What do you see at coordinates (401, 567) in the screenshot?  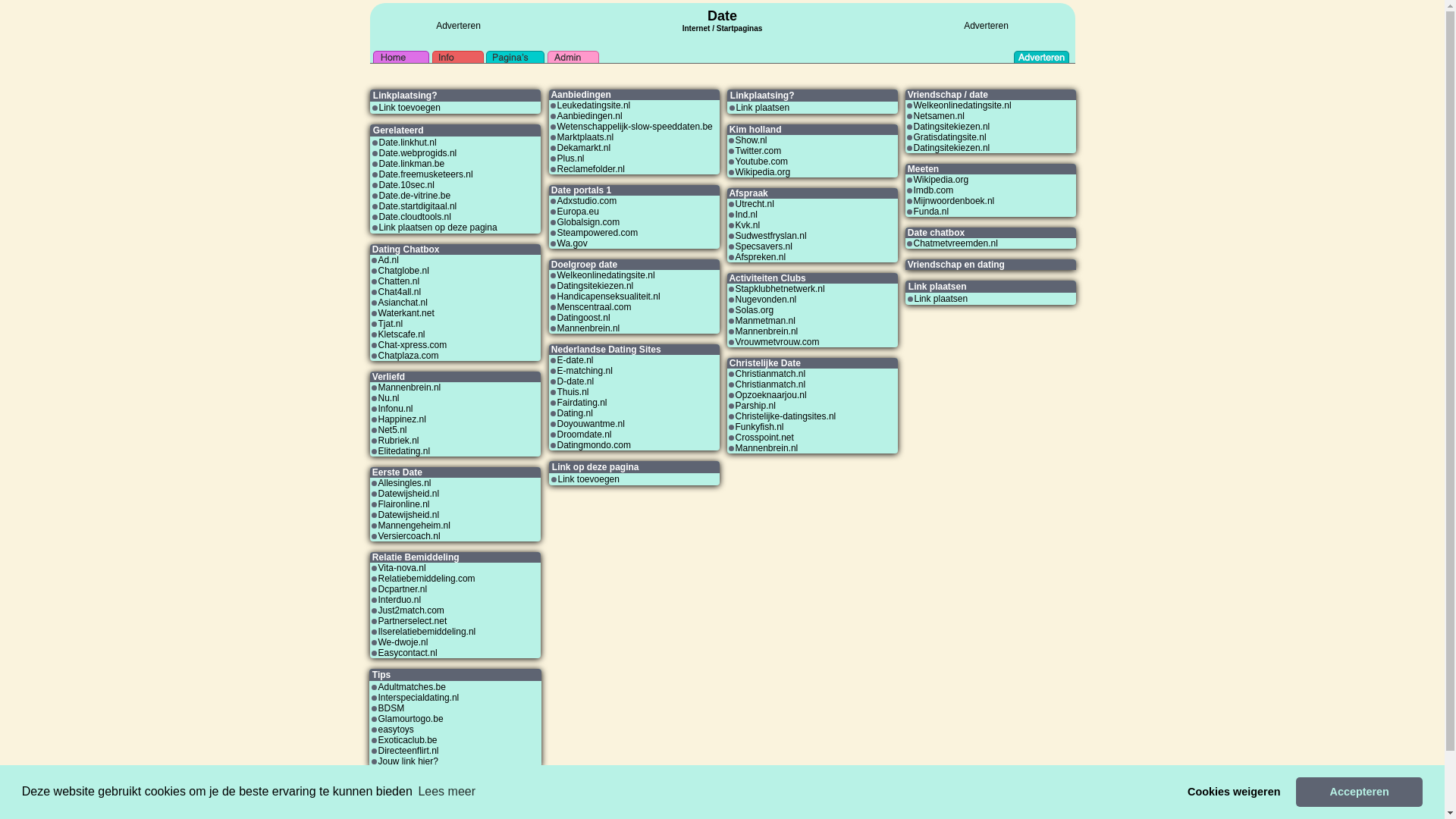 I see `'Vita-nova.nl'` at bounding box center [401, 567].